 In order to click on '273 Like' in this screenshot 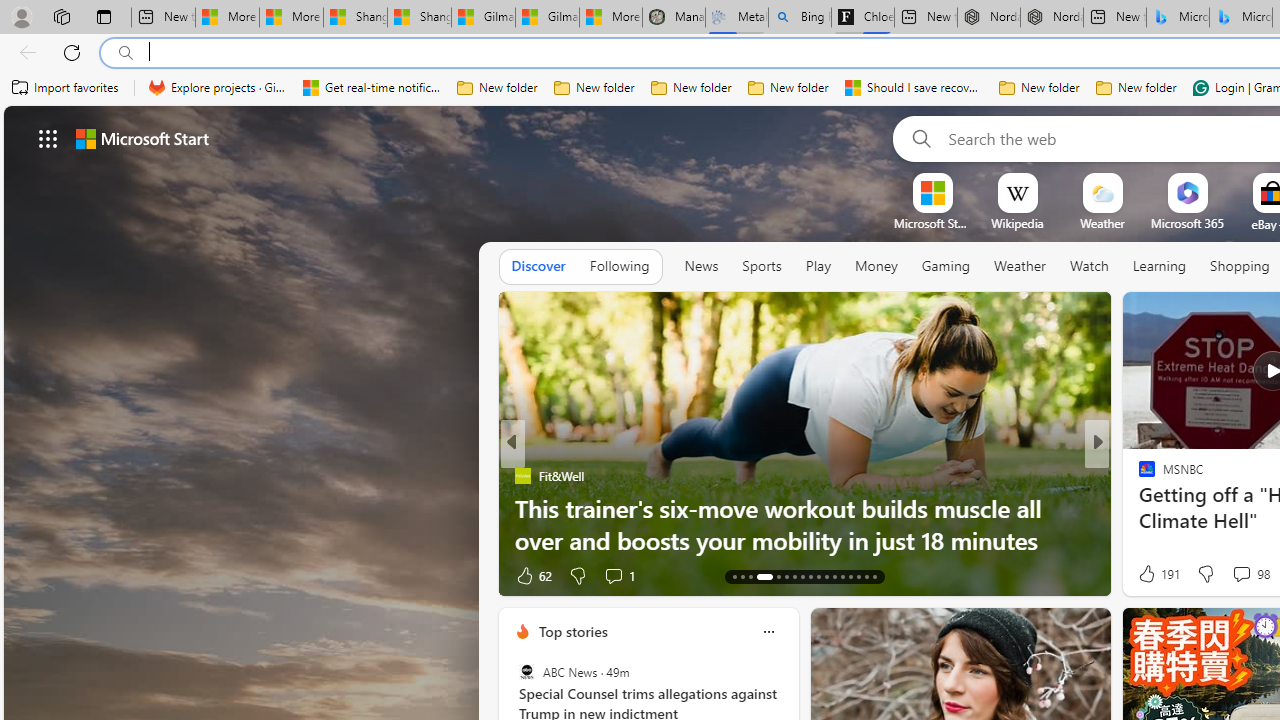, I will do `click(1152, 575)`.